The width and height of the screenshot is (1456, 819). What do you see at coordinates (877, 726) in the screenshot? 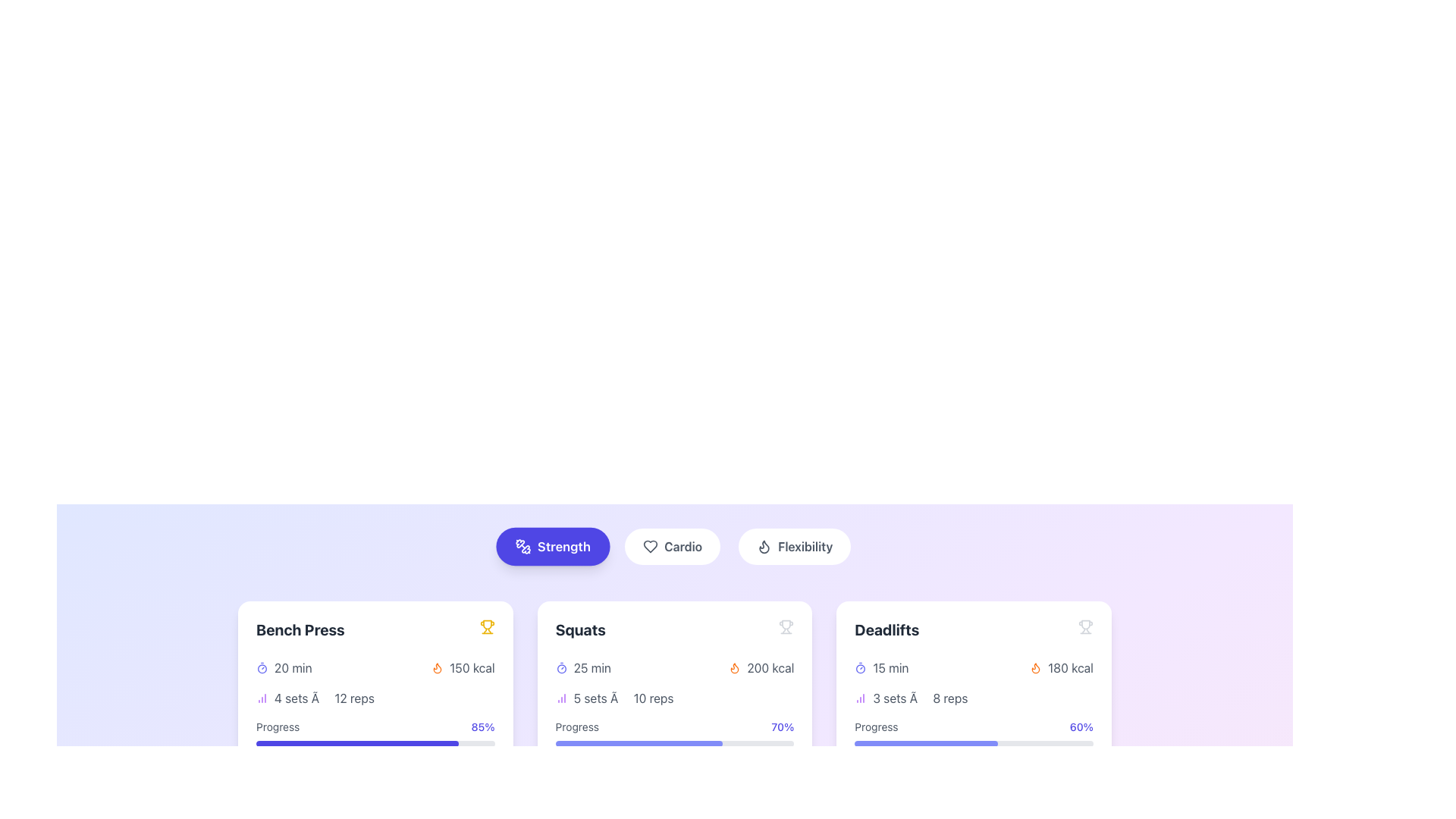
I see `the 'Progress' label on the 'Deadlifts' card, located at the bottom section near the progress bar` at bounding box center [877, 726].